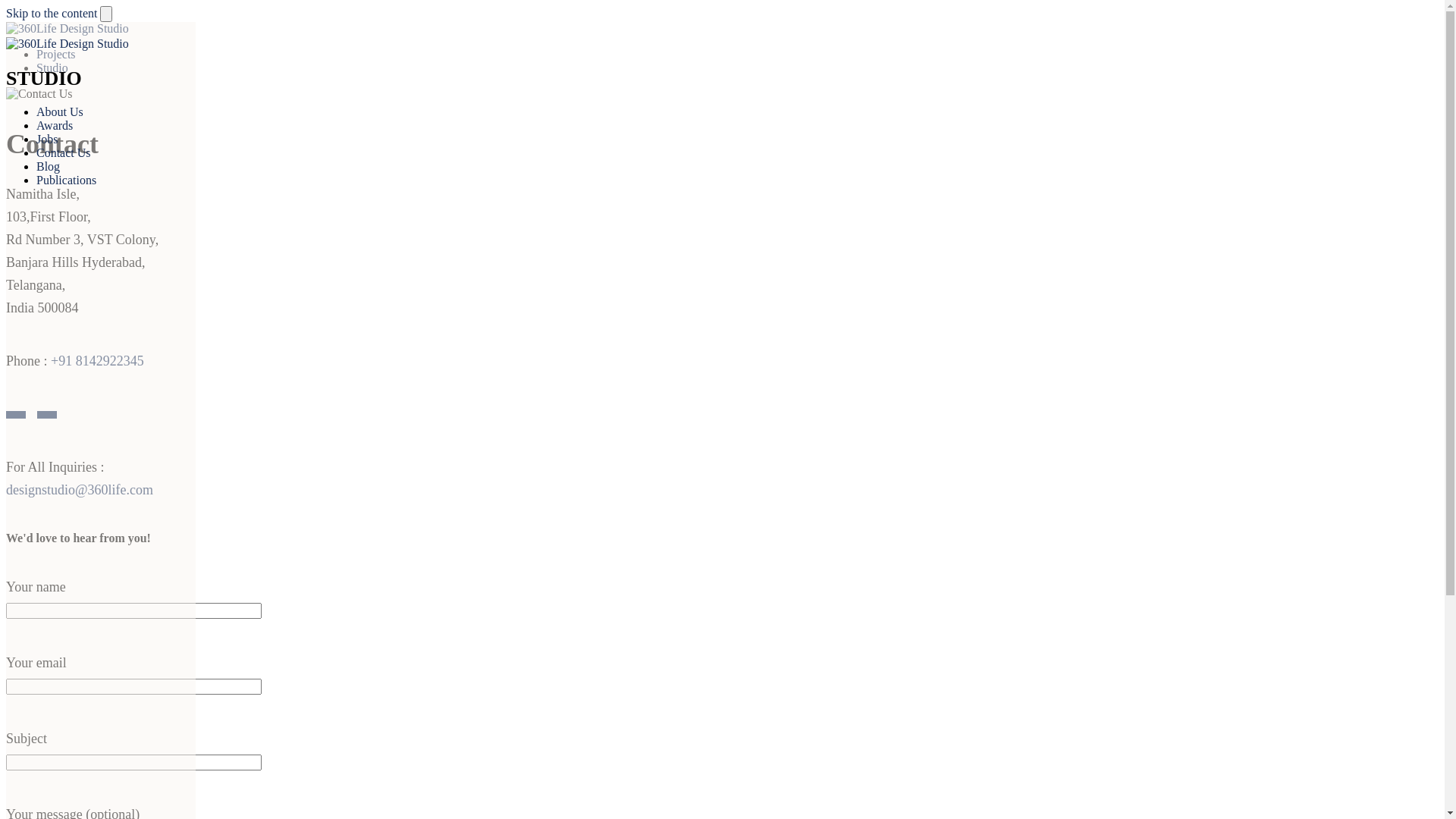 This screenshot has width=1456, height=819. Describe the element at coordinates (96, 360) in the screenshot. I see `'+91 8142922345'` at that location.